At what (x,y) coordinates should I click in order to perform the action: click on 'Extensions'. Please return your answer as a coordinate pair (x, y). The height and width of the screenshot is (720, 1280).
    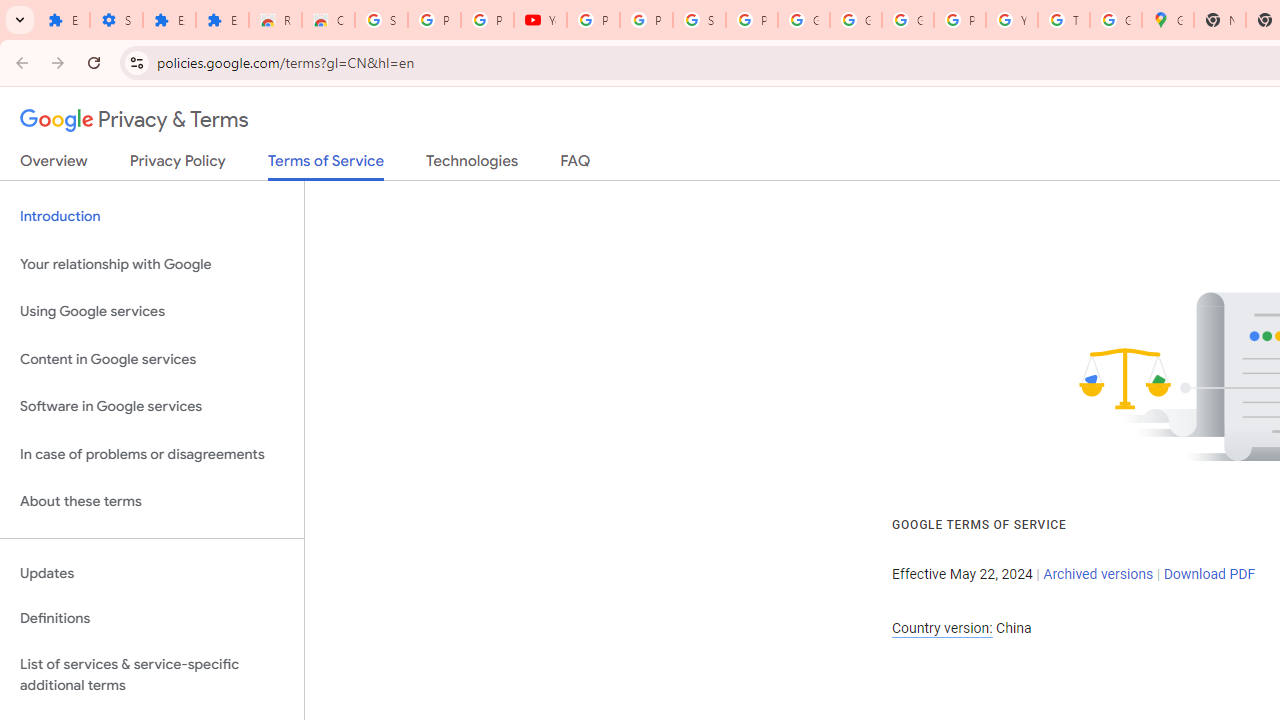
    Looking at the image, I should click on (63, 20).